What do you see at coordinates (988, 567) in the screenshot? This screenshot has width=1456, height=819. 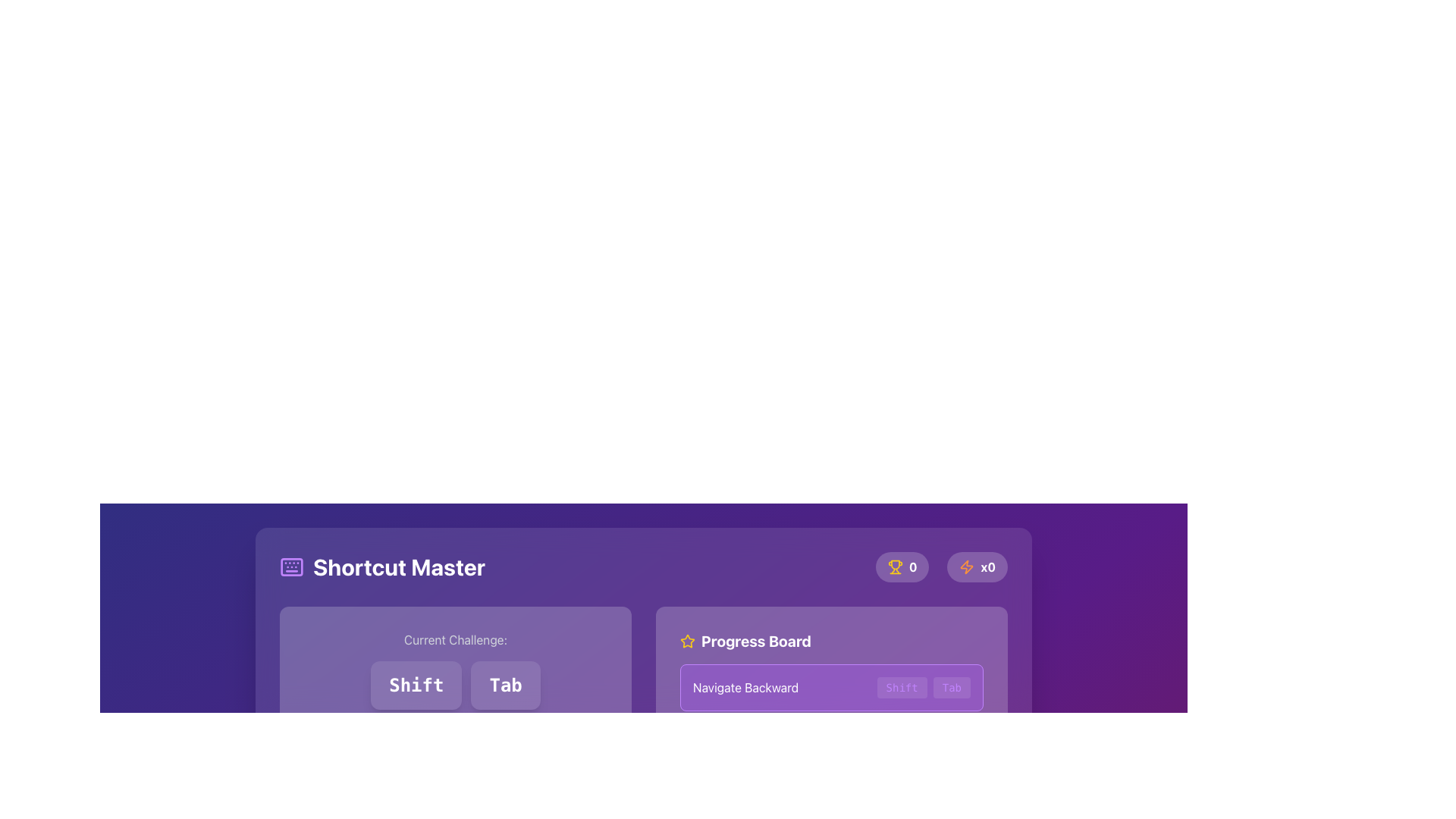 I see `the text label displaying 'x0' in bold white font, which is part of a rounded button with a semi-transparent white background on a purple interface` at bounding box center [988, 567].